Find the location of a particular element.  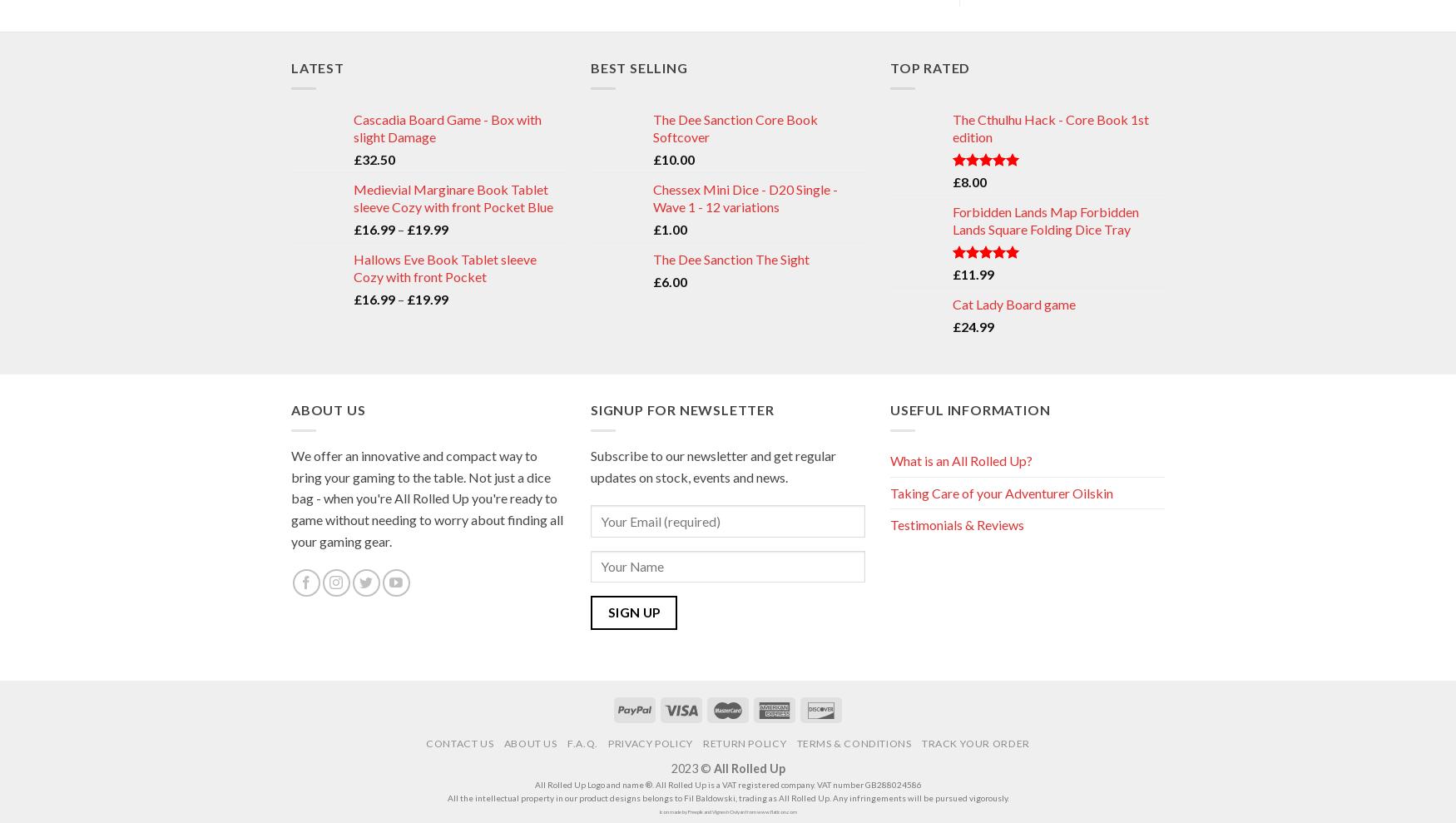

'All Rolled Up Logo and name ®. All Rolled Up is a VAT registered company.
VAT number GB288024586' is located at coordinates (727, 784).